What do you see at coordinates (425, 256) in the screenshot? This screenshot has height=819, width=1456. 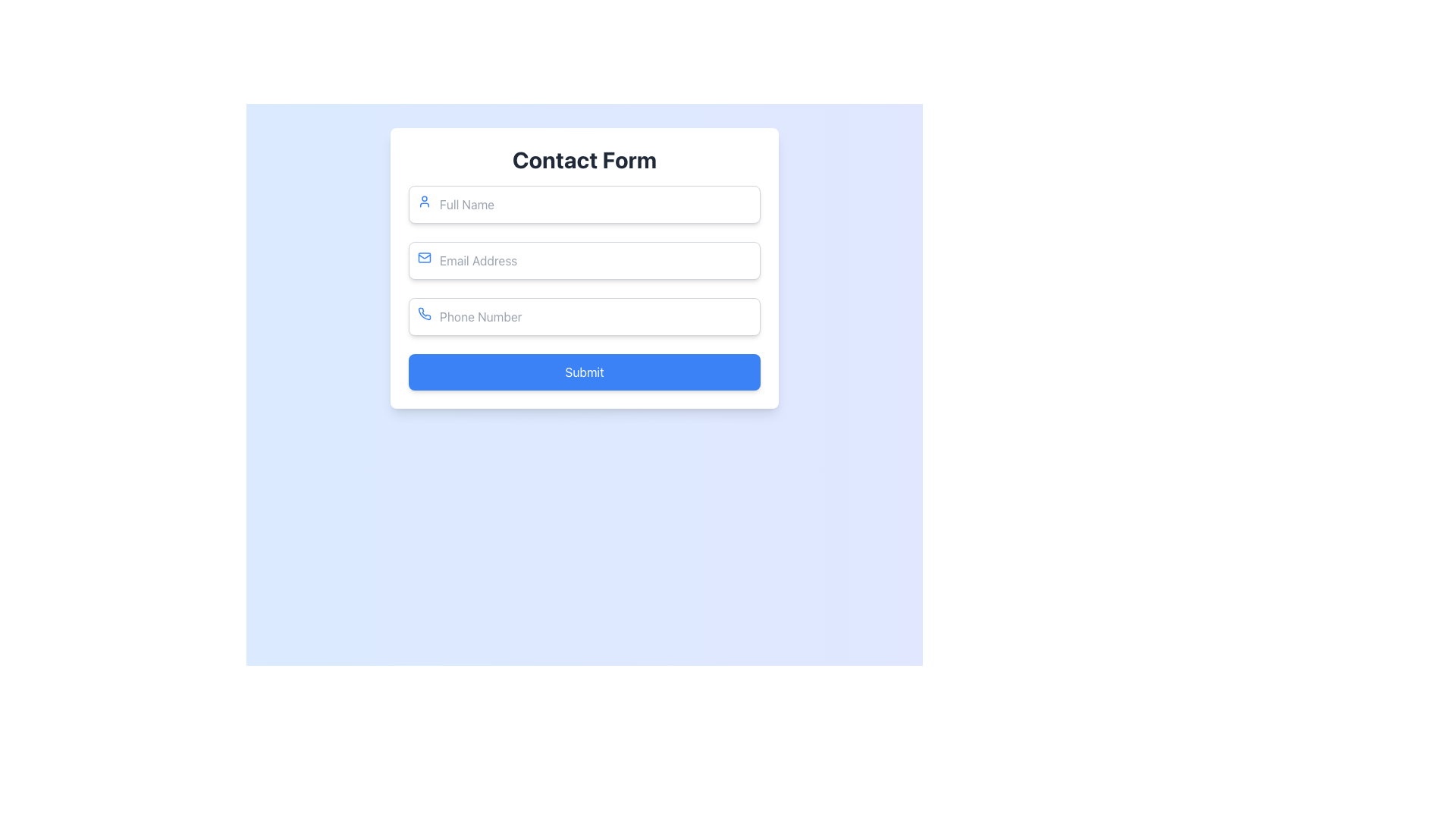 I see `the email input field icon, which visually indicates that the field is for entering an email address, located to the left of the email input field` at bounding box center [425, 256].